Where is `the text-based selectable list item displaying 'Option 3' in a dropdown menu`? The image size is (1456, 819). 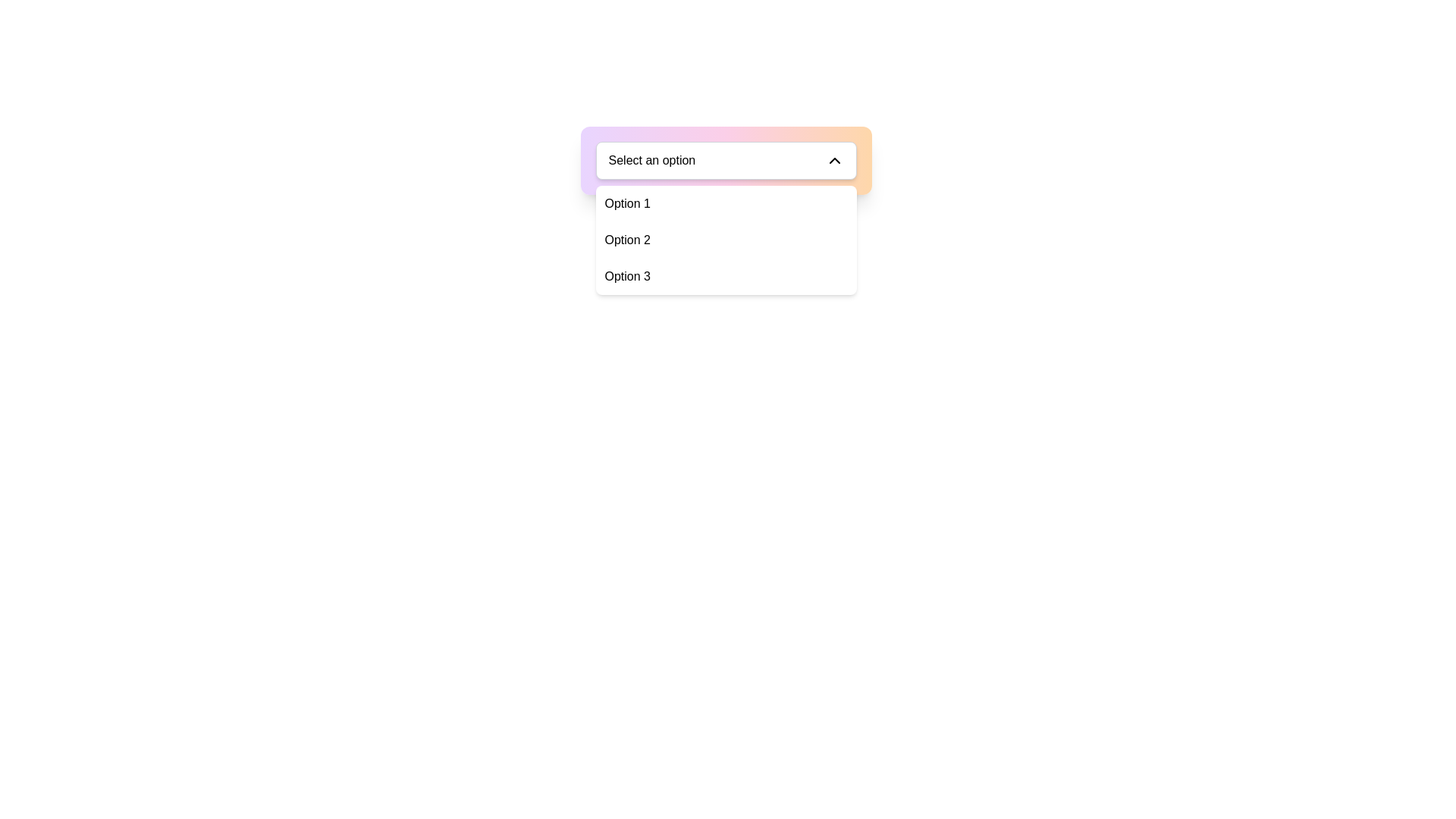
the text-based selectable list item displaying 'Option 3' in a dropdown menu is located at coordinates (627, 277).